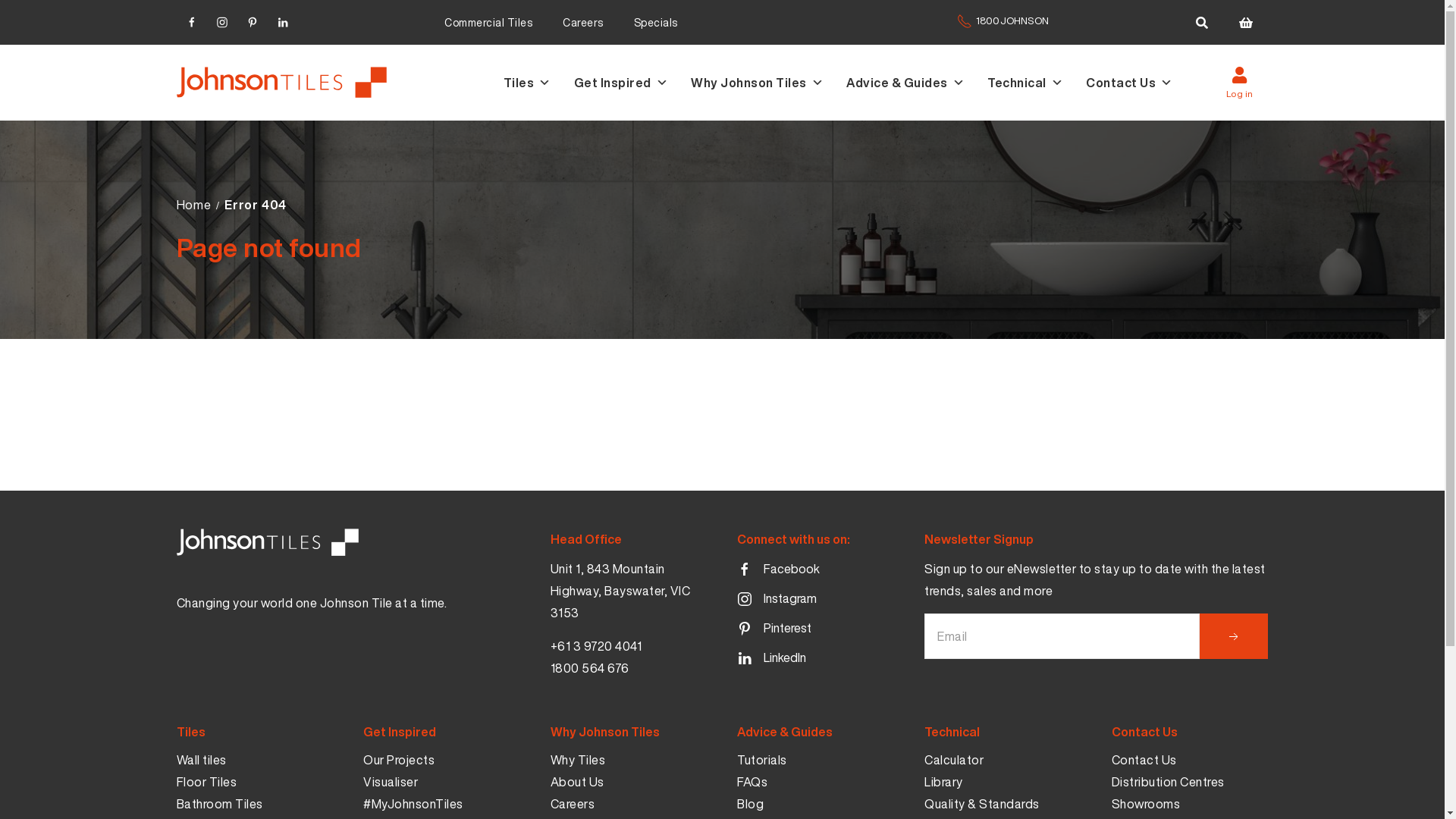 Image resolution: width=1456 pixels, height=819 pixels. Describe the element at coordinates (572, 82) in the screenshot. I see `'Get Inspired'` at that location.